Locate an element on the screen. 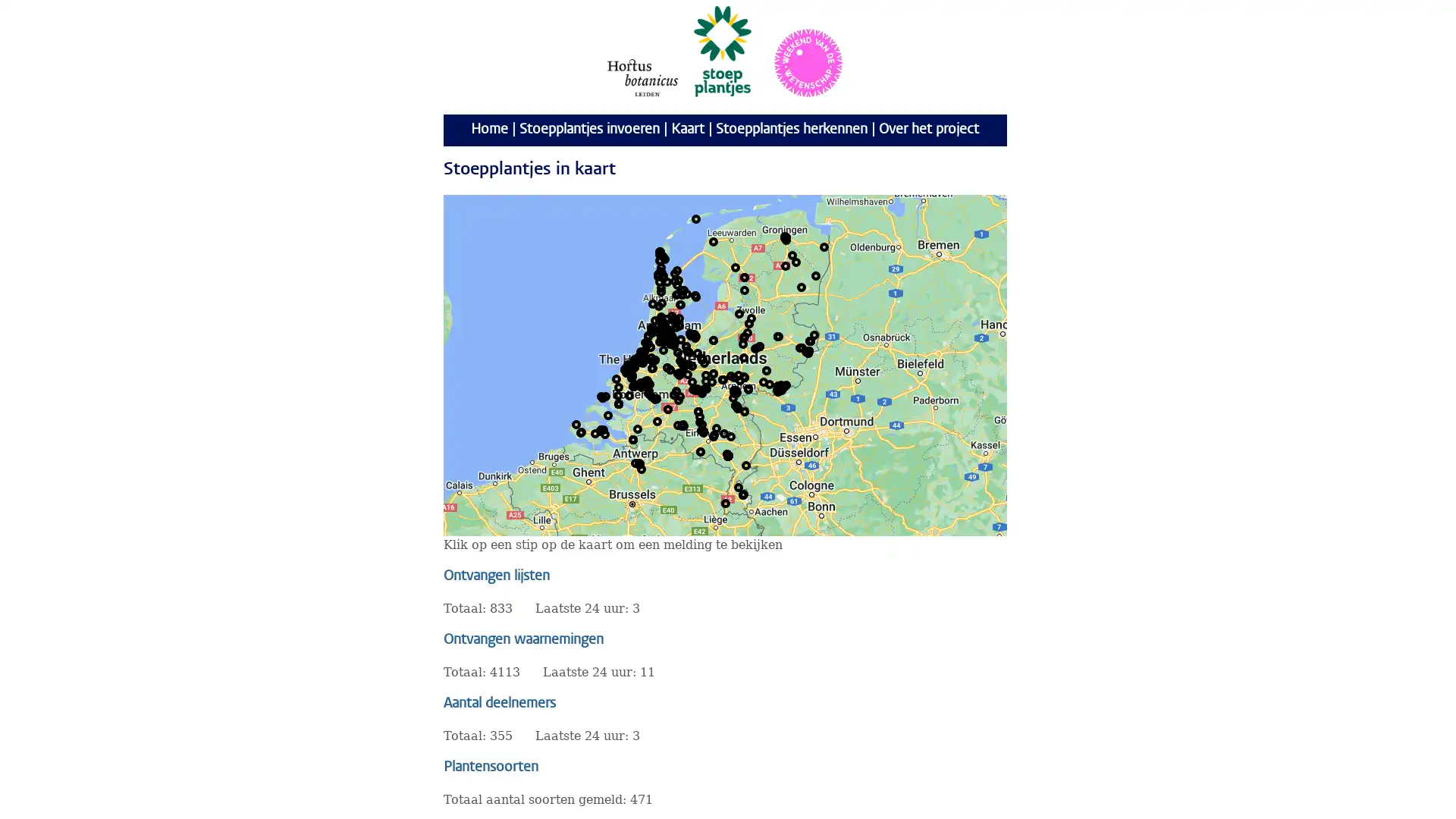 The height and width of the screenshot is (819, 1456). Telling van op 10 maart 2022 is located at coordinates (676, 294).